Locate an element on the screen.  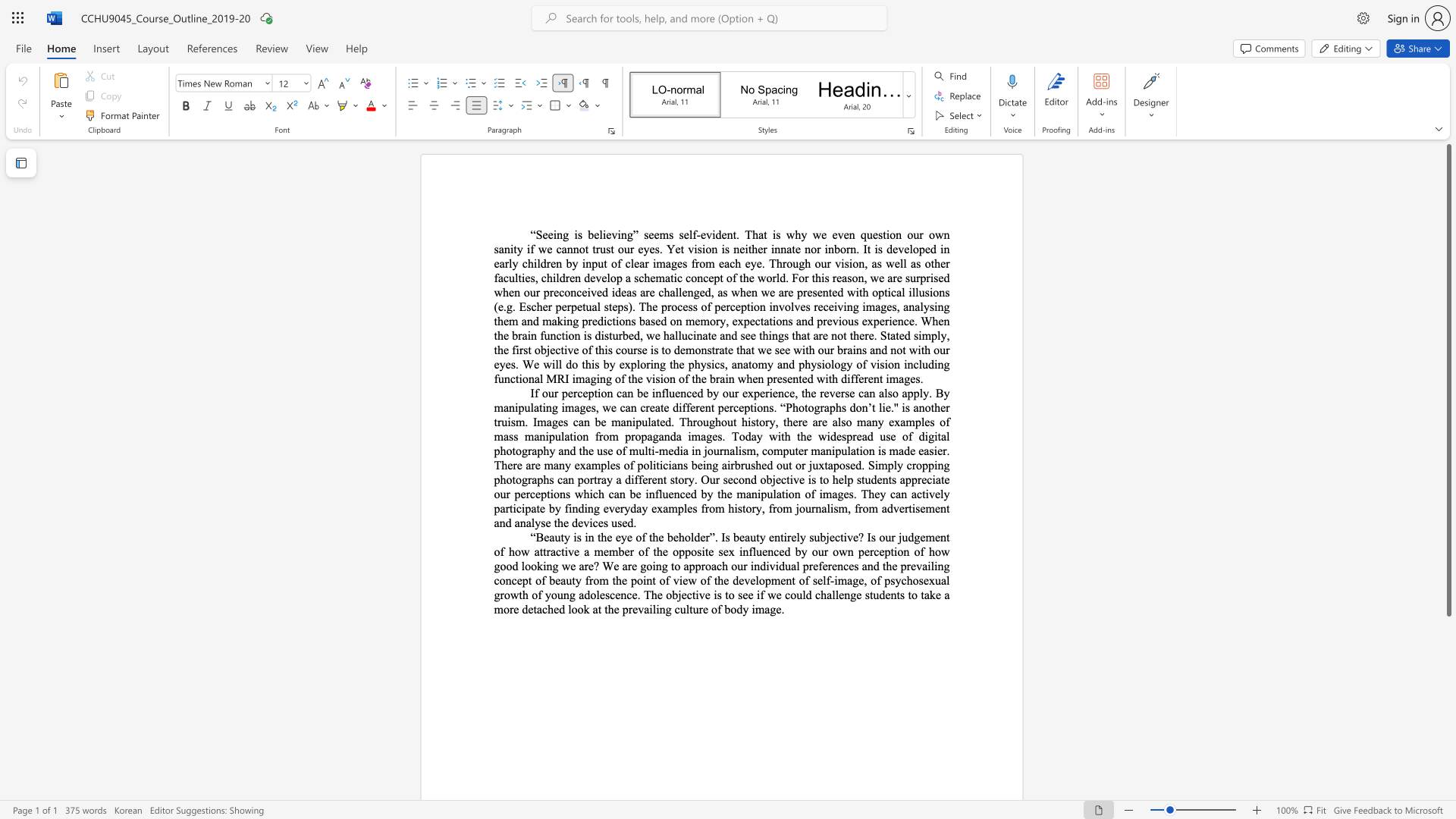
the scrollbar to scroll downward is located at coordinates (1448, 659).